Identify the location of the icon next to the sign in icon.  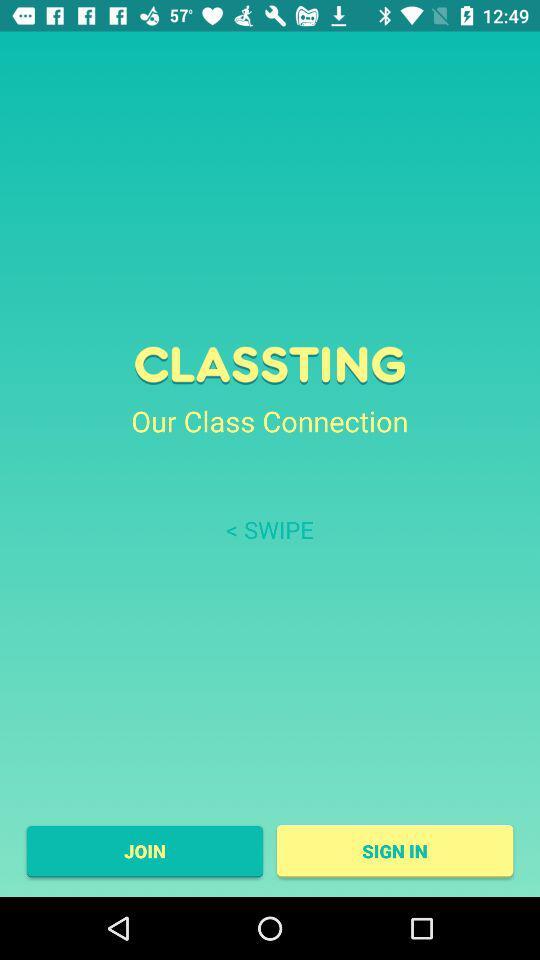
(143, 850).